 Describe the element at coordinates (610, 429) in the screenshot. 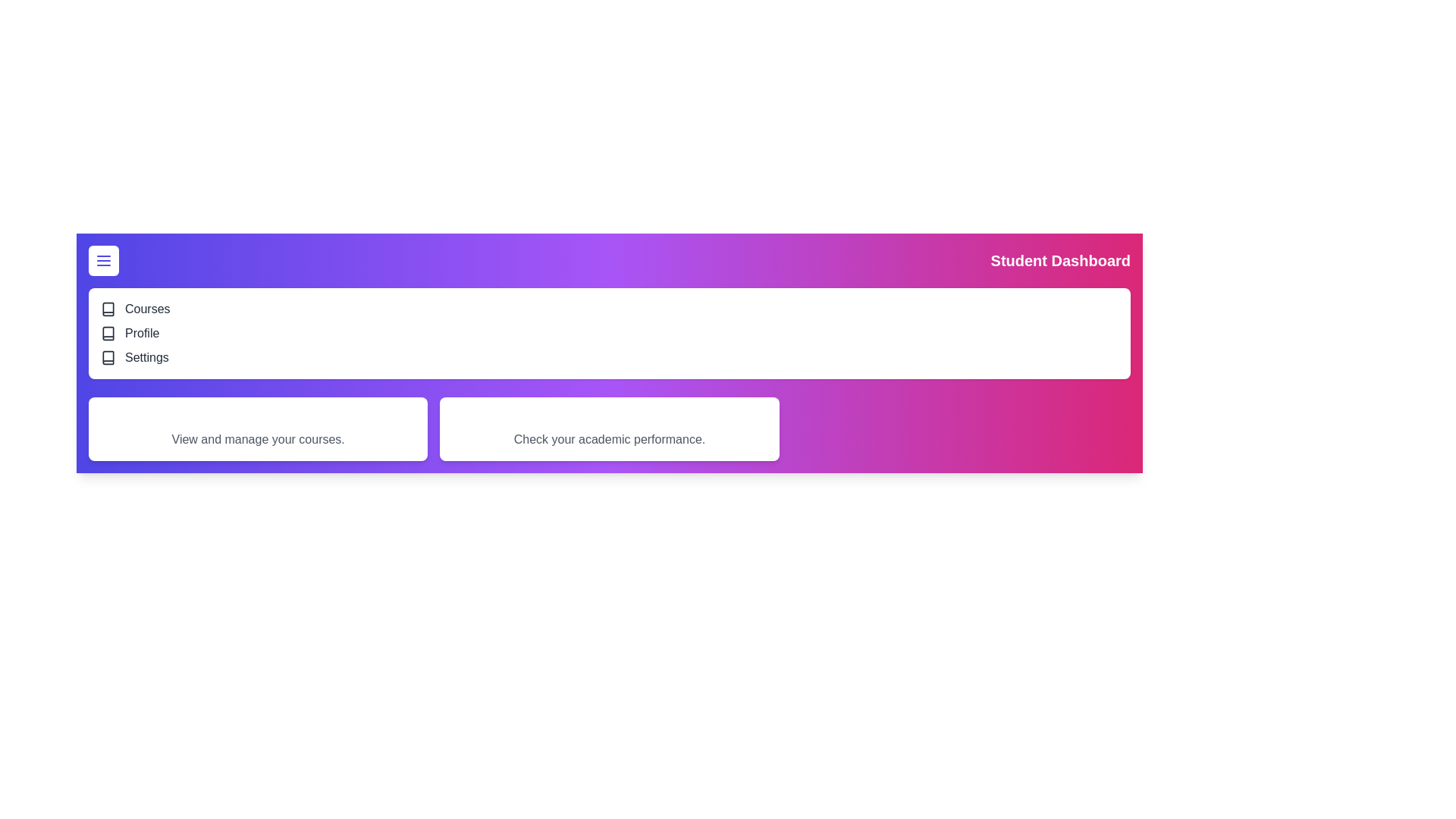

I see `the Grades card to interact with its content` at that location.